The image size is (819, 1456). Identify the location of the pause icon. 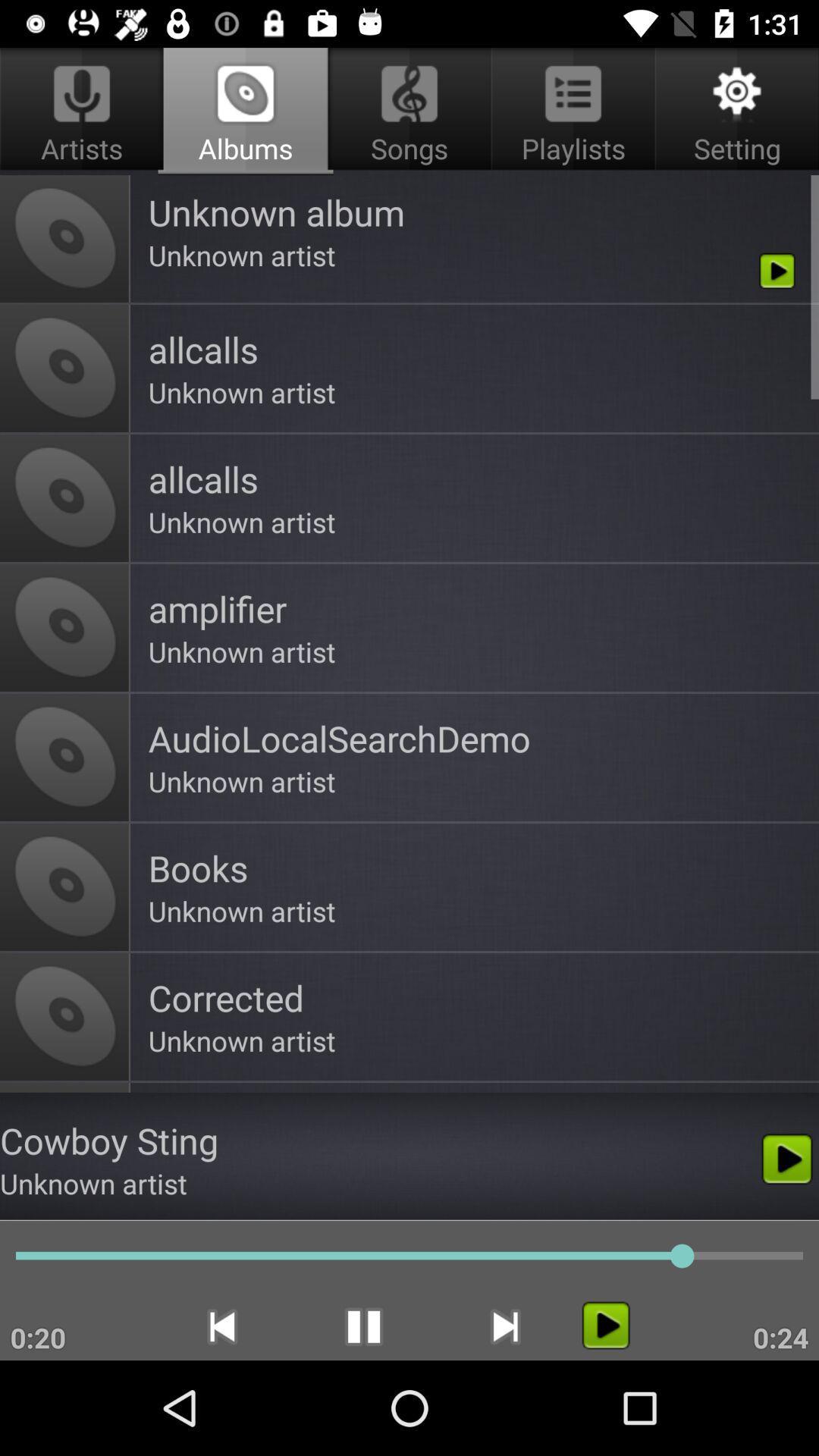
(363, 1326).